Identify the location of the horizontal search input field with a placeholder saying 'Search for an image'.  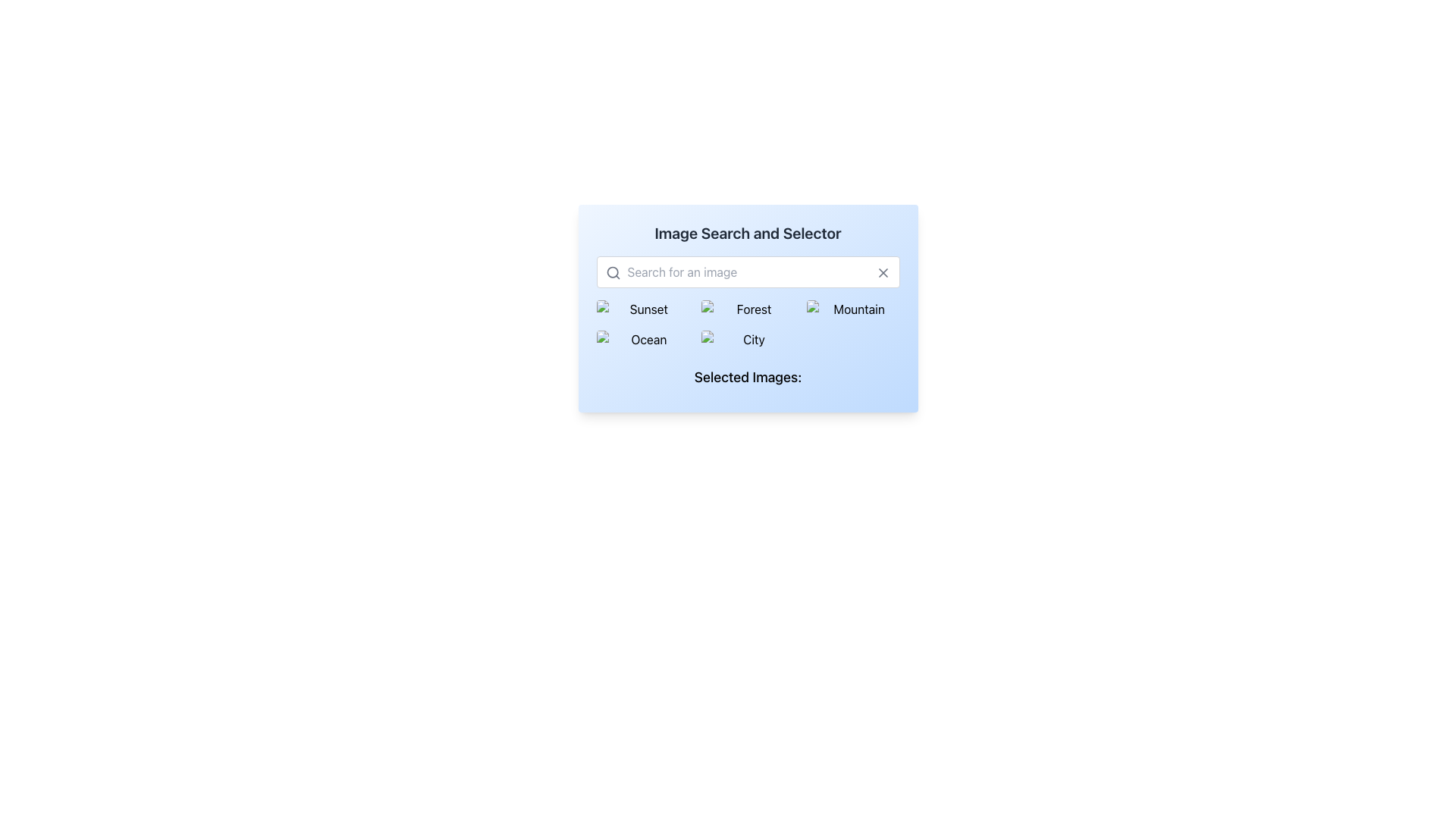
(748, 271).